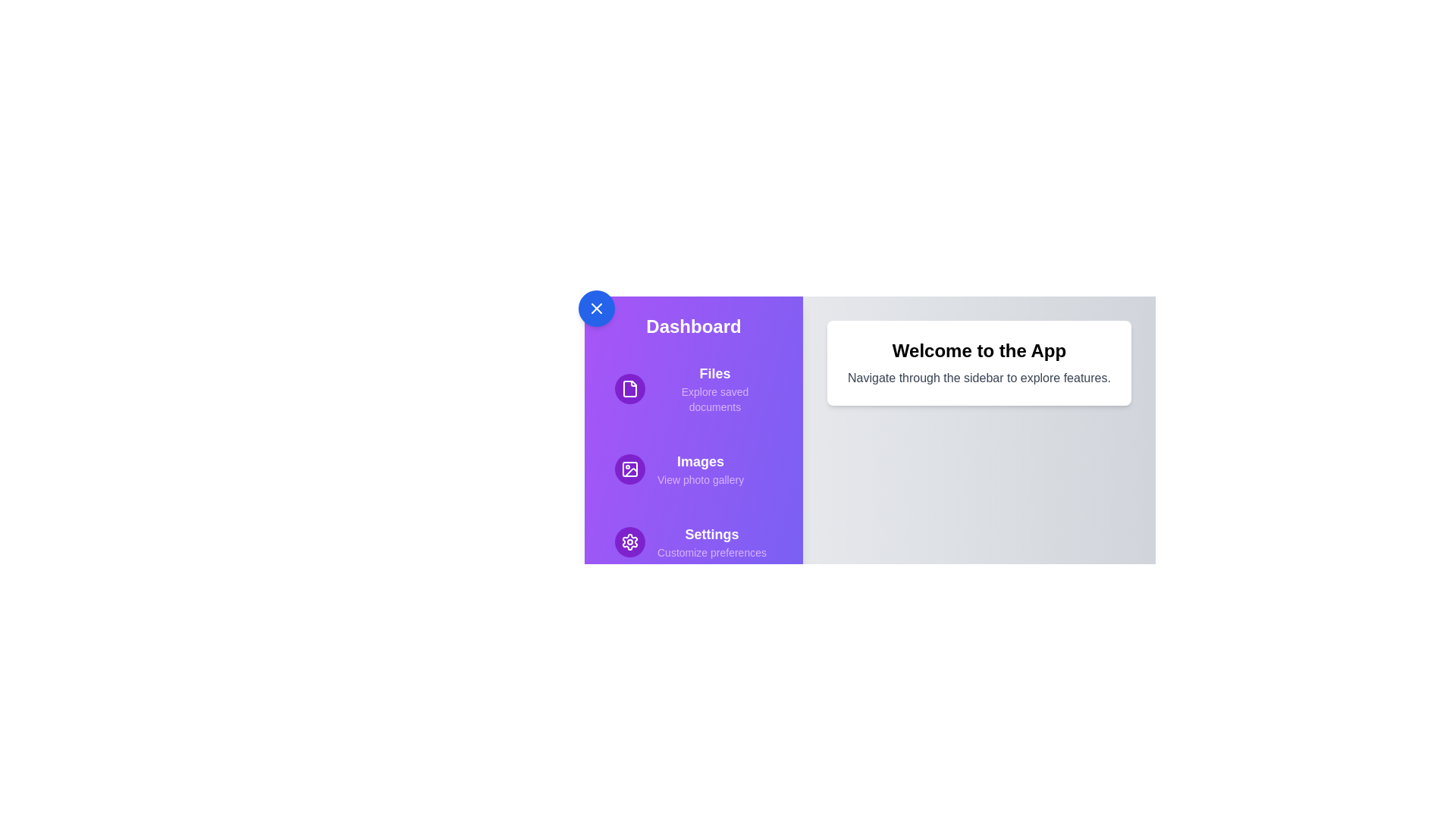 Image resolution: width=1456 pixels, height=819 pixels. Describe the element at coordinates (693, 541) in the screenshot. I see `the menu item Settings in the sidebar` at that location.